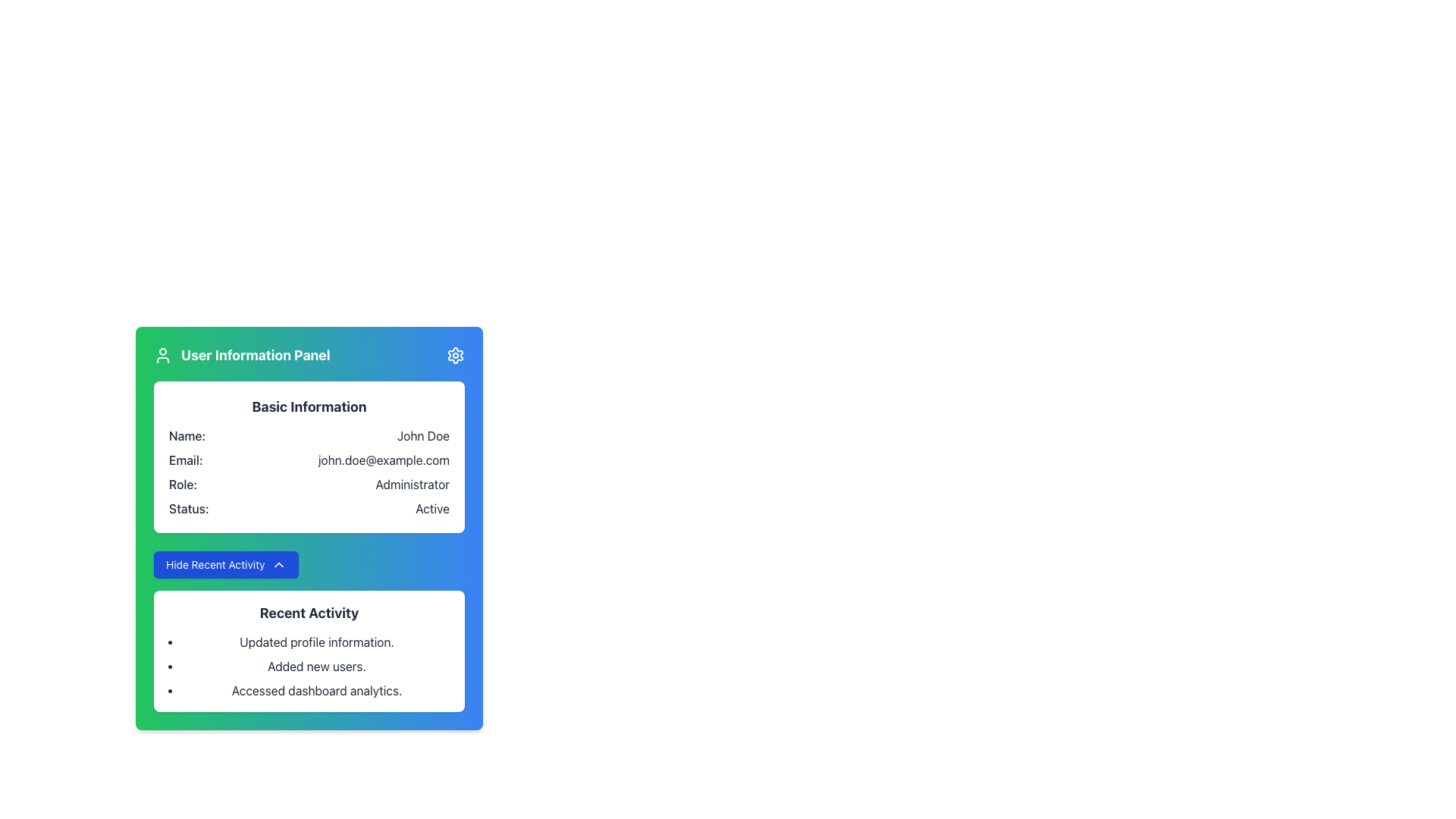  Describe the element at coordinates (384, 459) in the screenshot. I see `the non-interactive Text Display that shows the email address 'john.doe@example.com' in the 'User Information Panel'` at that location.